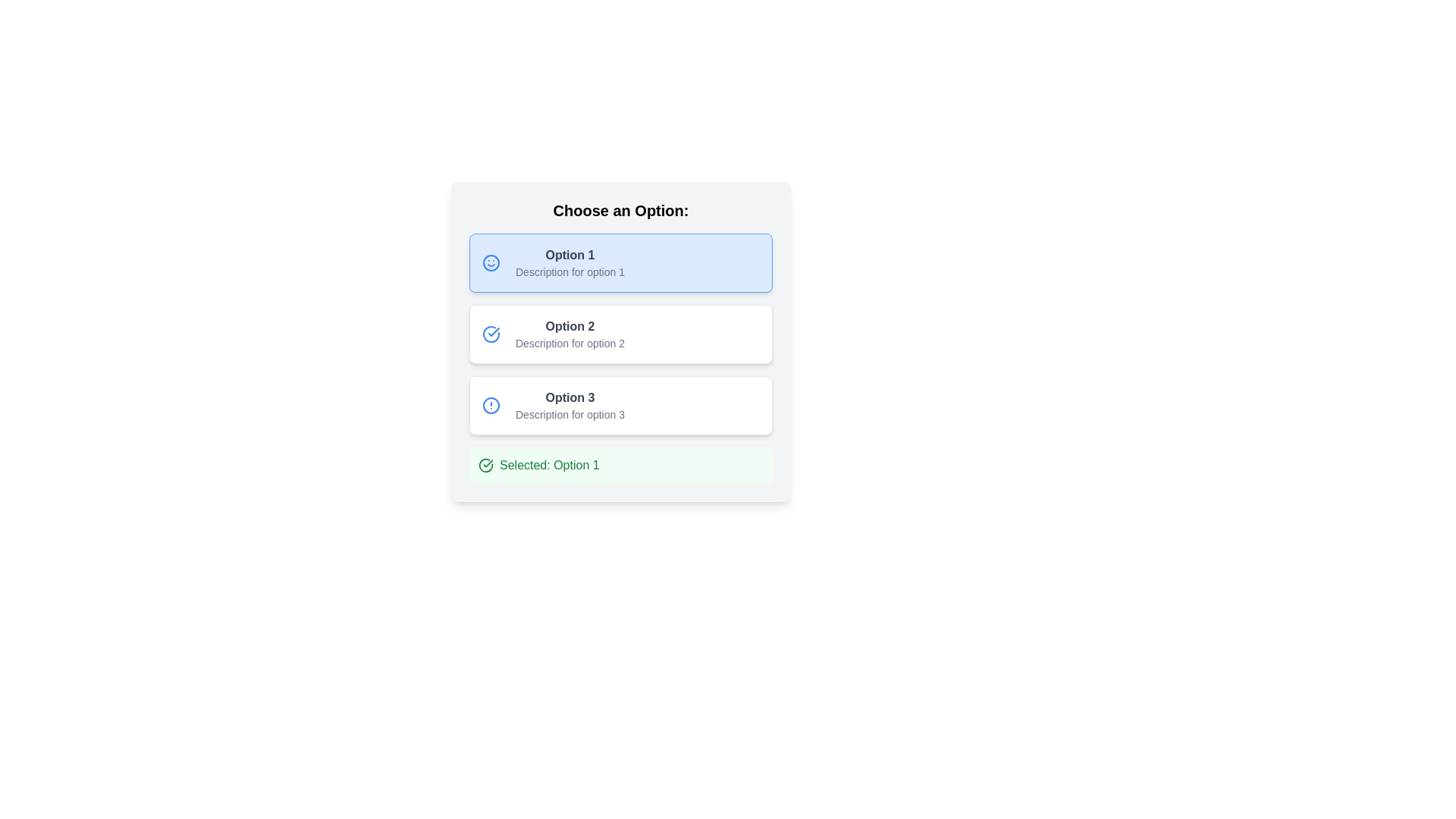  What do you see at coordinates (491, 262) in the screenshot?
I see `the circular outline representing a smiley face within the 'Option 1' button's SVG graphic` at bounding box center [491, 262].